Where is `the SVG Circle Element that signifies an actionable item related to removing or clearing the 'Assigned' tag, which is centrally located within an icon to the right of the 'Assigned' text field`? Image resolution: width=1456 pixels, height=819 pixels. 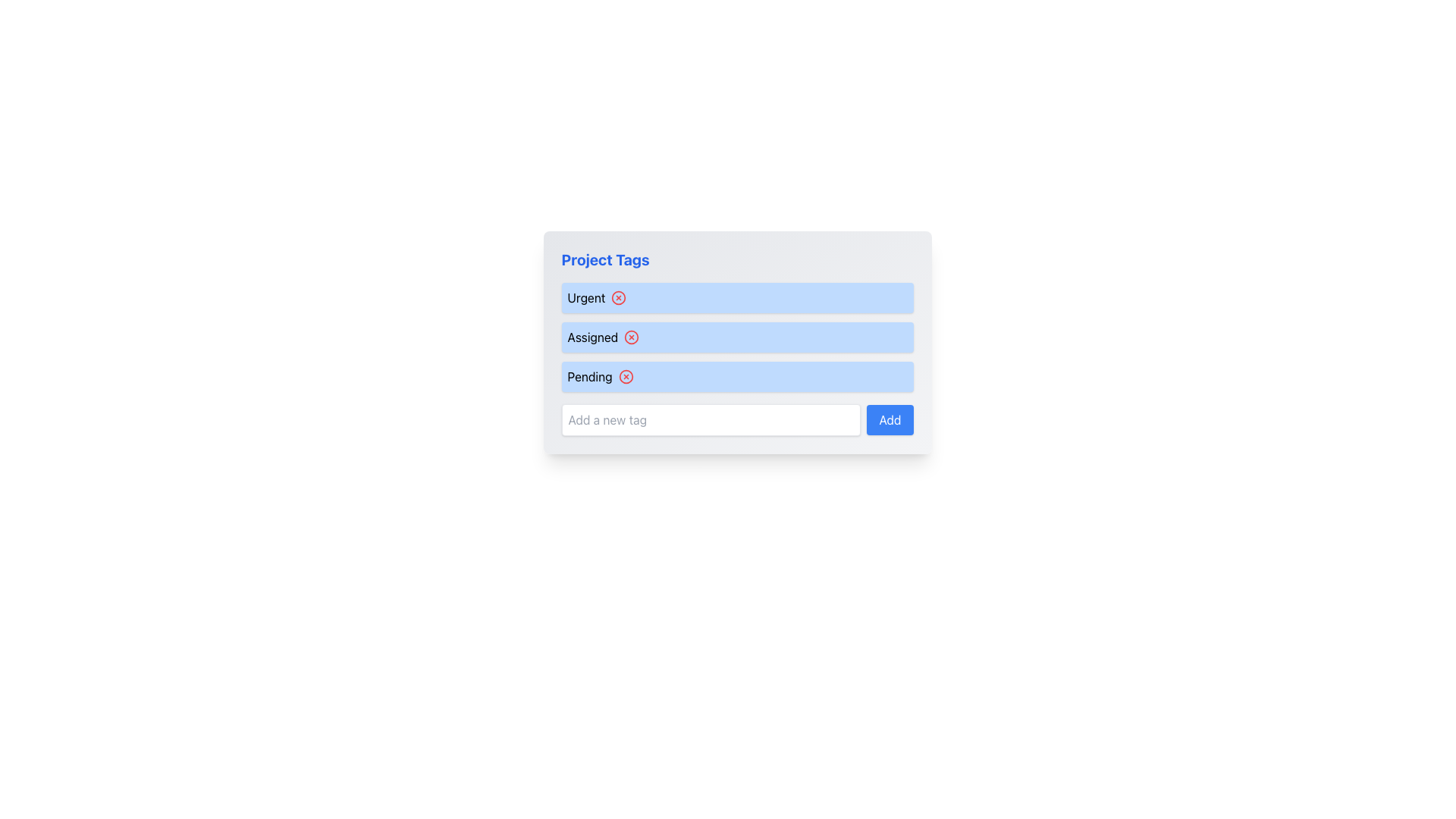 the SVG Circle Element that signifies an actionable item related to removing or clearing the 'Assigned' tag, which is centrally located within an icon to the right of the 'Assigned' text field is located at coordinates (632, 336).